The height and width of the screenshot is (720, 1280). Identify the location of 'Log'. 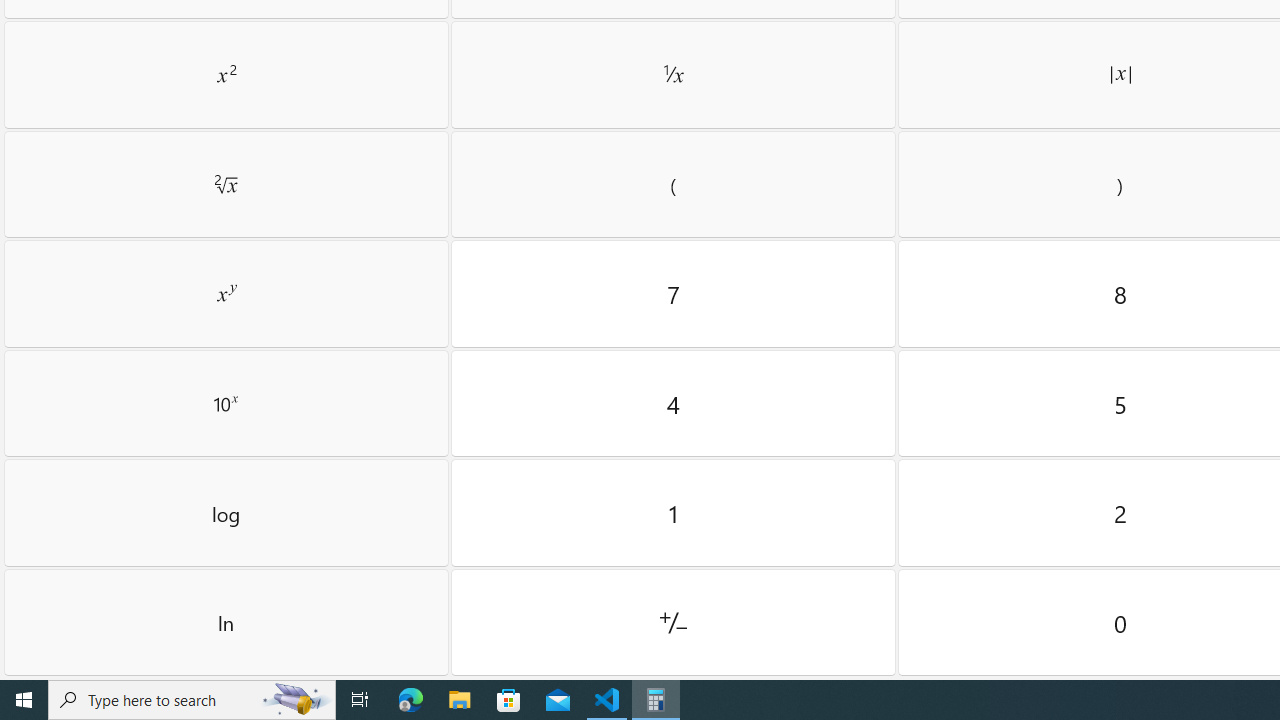
(226, 512).